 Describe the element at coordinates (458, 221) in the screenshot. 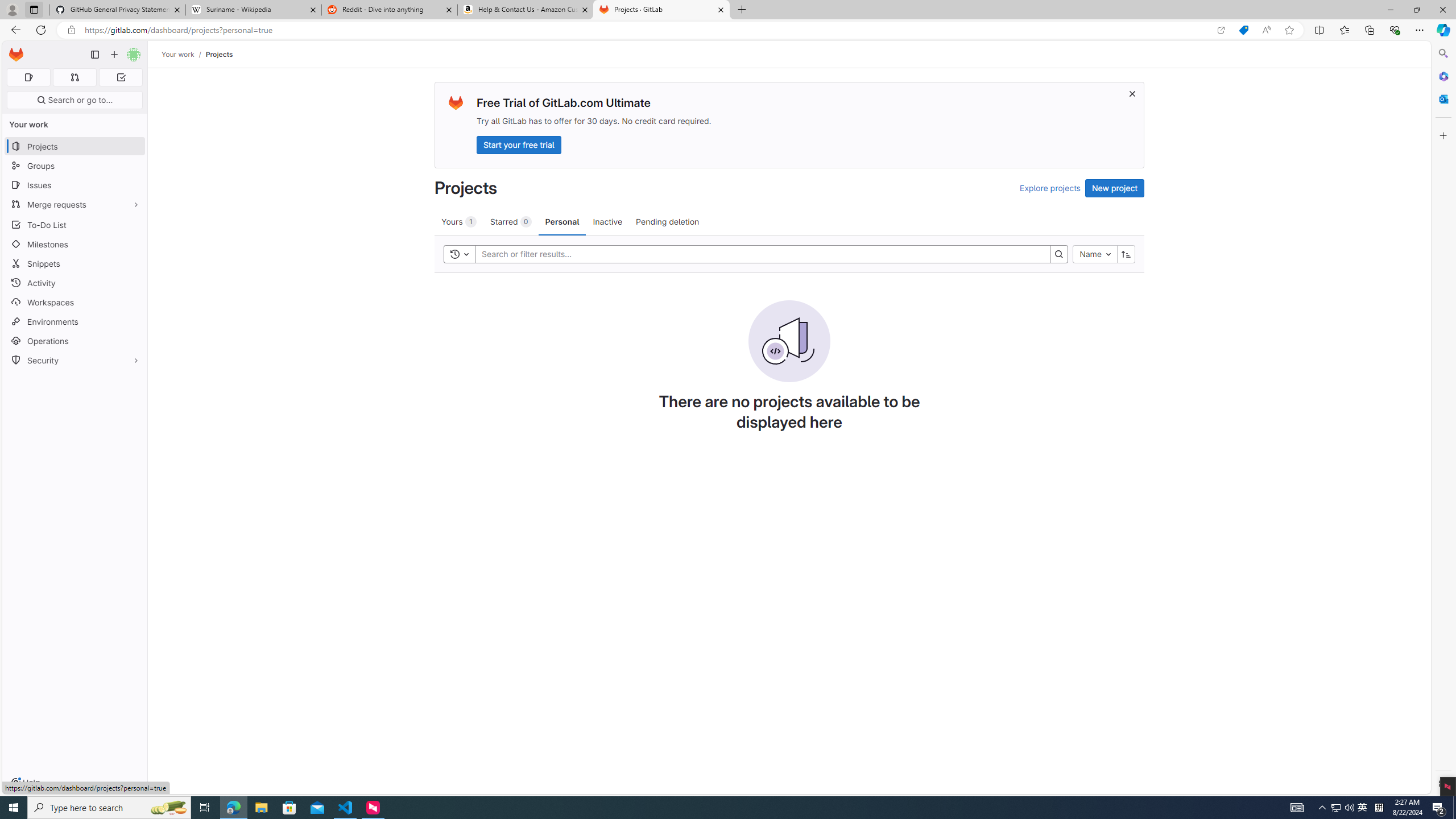

I see `'Yours 1'` at that location.